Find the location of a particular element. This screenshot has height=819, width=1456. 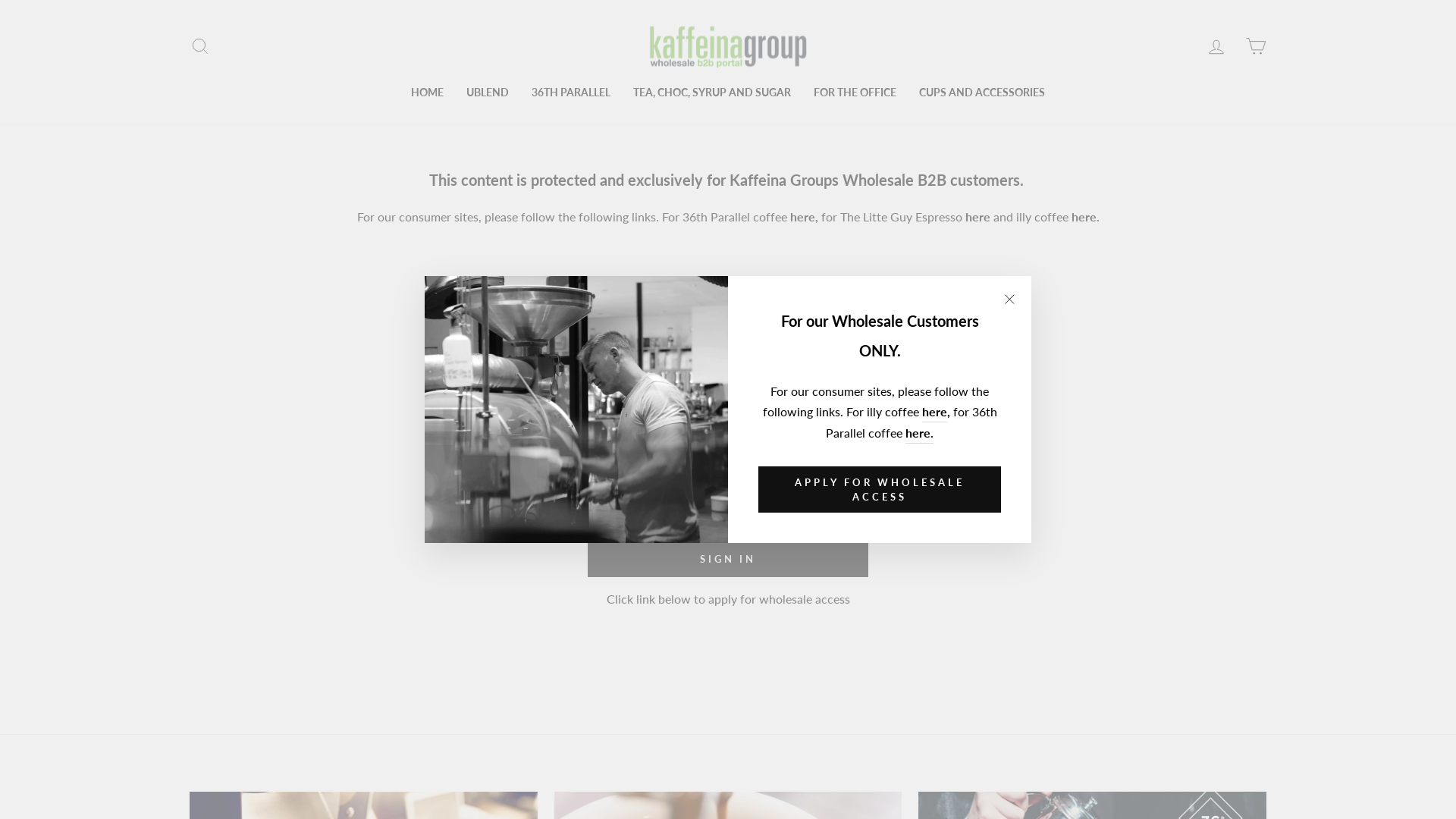

'APPLY FOR WHOLESALE ACCESS' is located at coordinates (880, 489).